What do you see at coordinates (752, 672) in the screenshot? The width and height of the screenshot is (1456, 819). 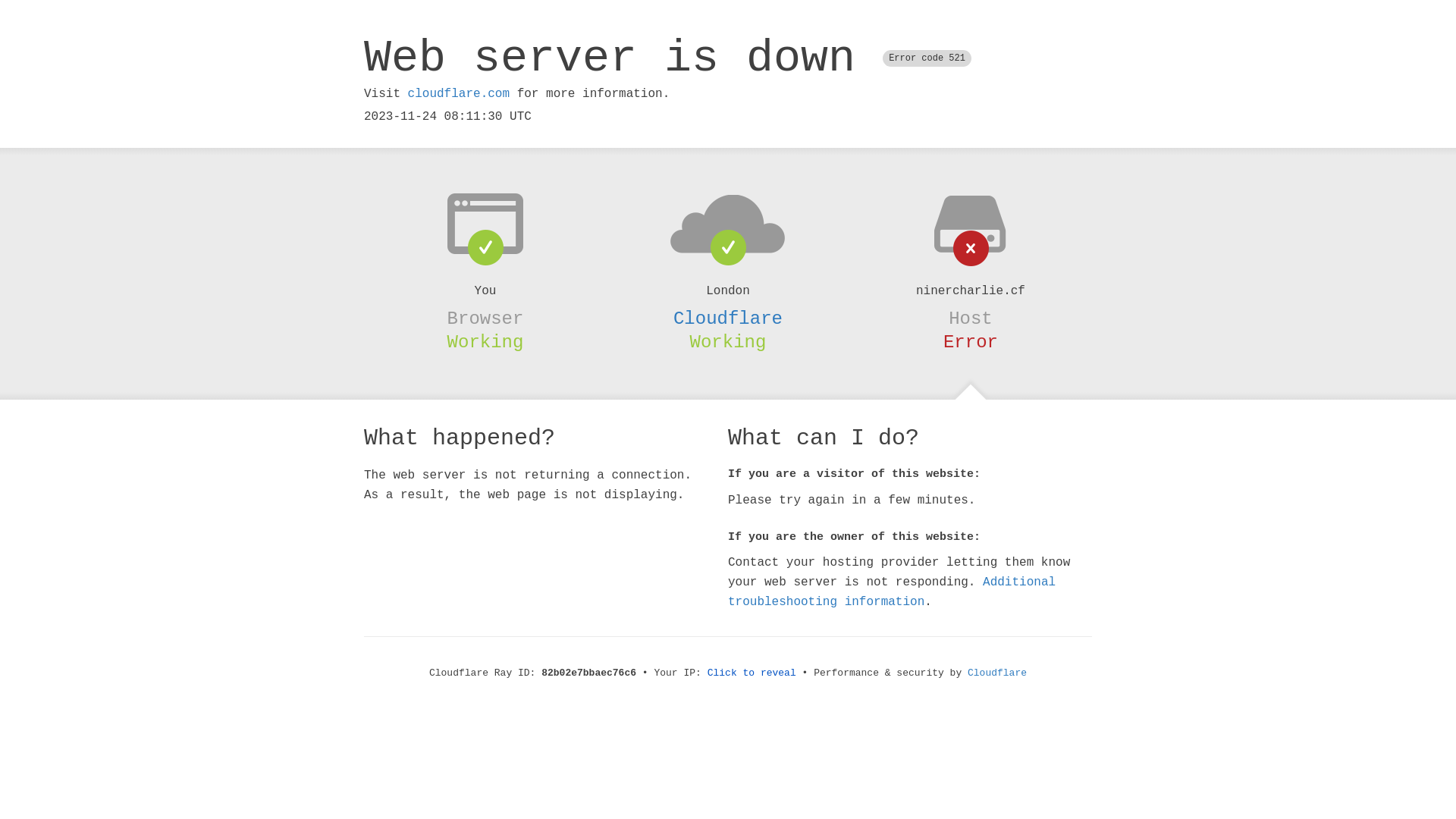 I see `'Click to reveal'` at bounding box center [752, 672].